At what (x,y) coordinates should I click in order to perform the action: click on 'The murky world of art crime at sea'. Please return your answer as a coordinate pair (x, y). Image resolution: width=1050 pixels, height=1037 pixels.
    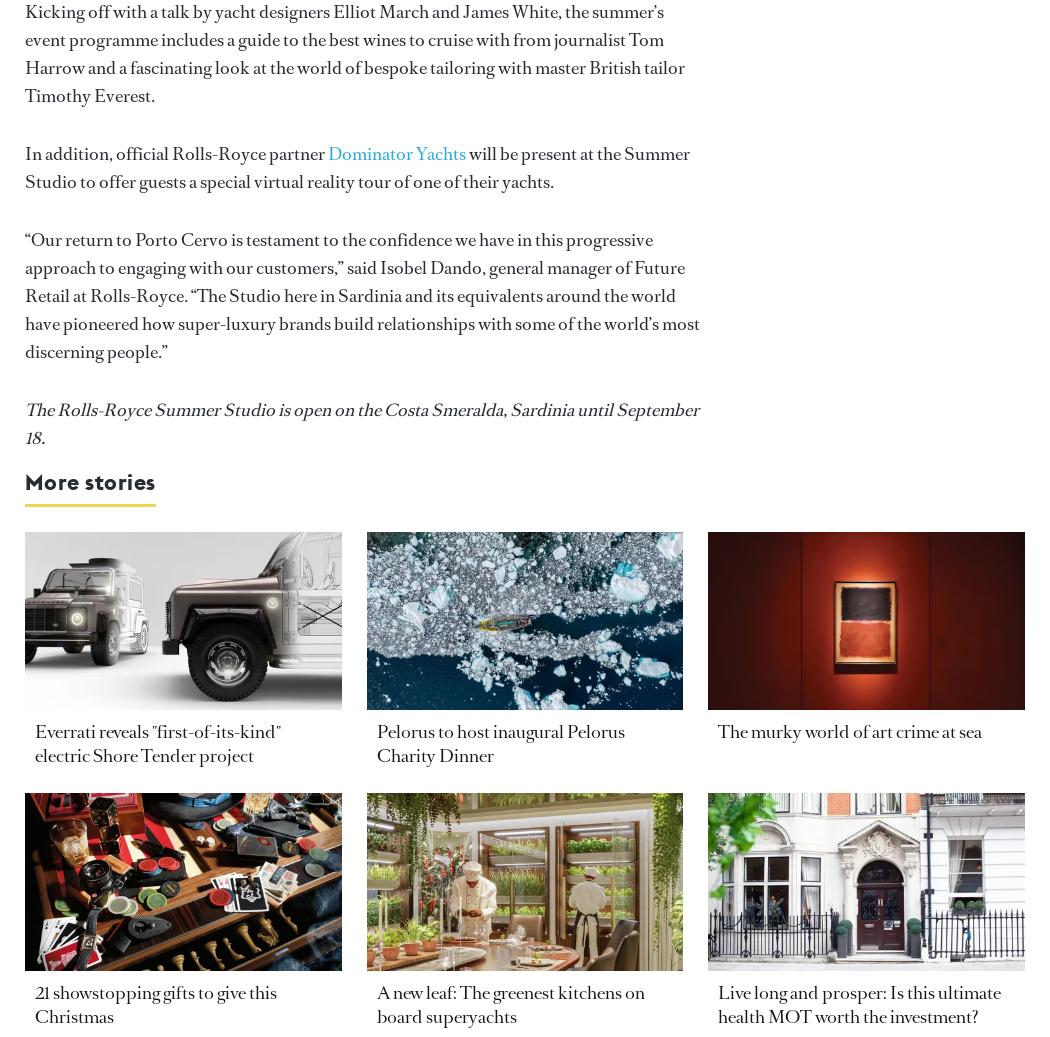
    Looking at the image, I should click on (716, 732).